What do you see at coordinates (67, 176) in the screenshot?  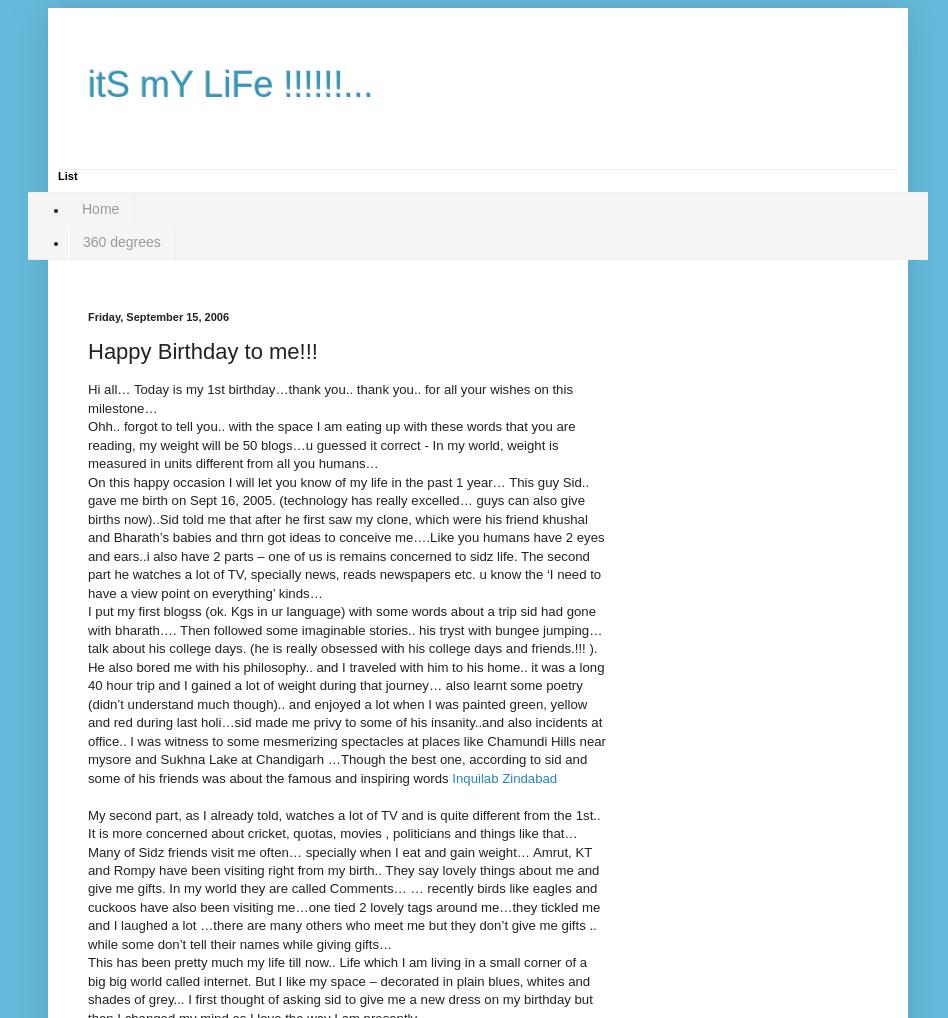 I see `'List'` at bounding box center [67, 176].